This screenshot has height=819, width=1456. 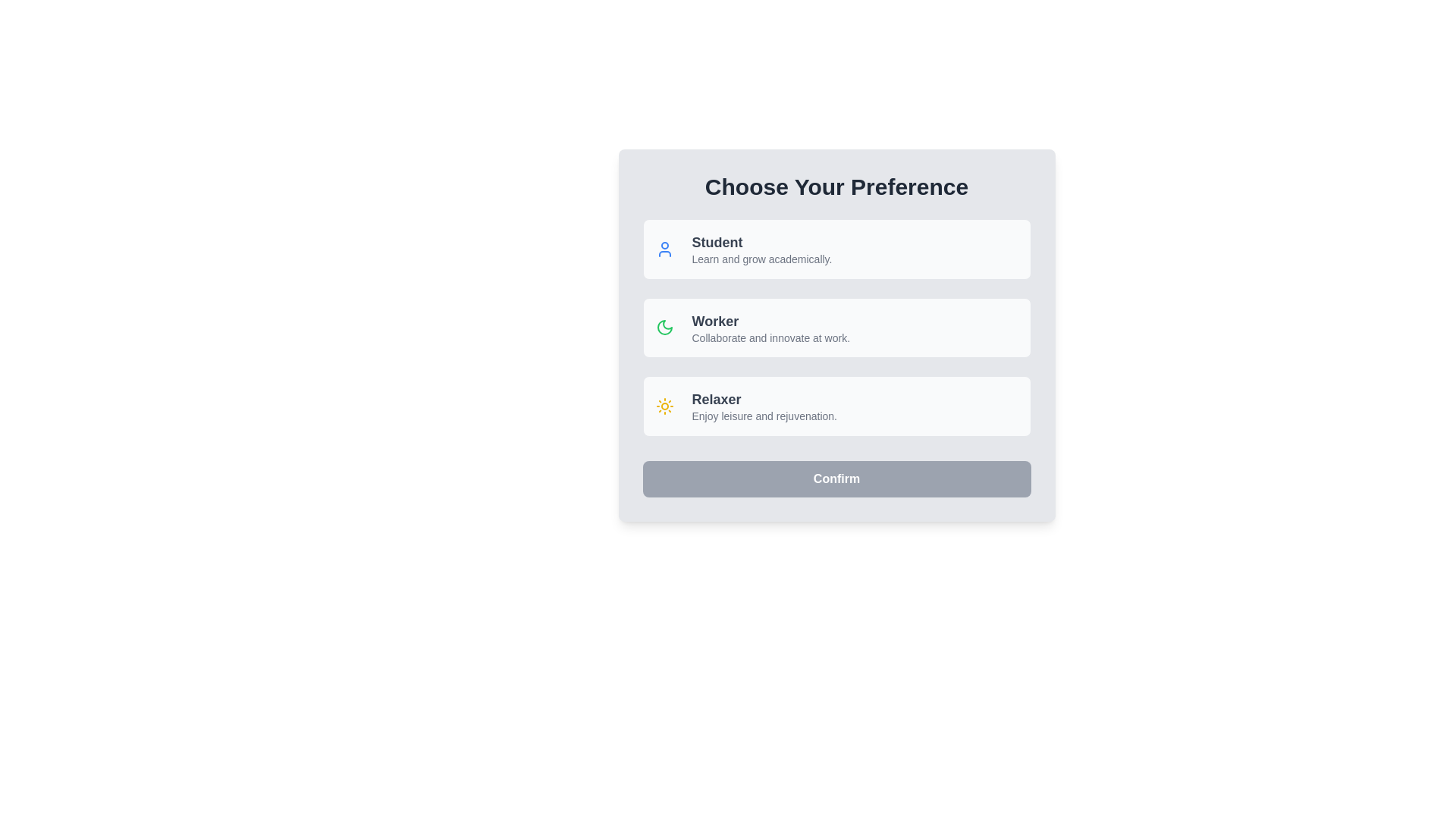 I want to click on the 'Confirm' button, which has rounded corners, a gray background, and contains white, bold text centered horizontally, so click(x=836, y=479).